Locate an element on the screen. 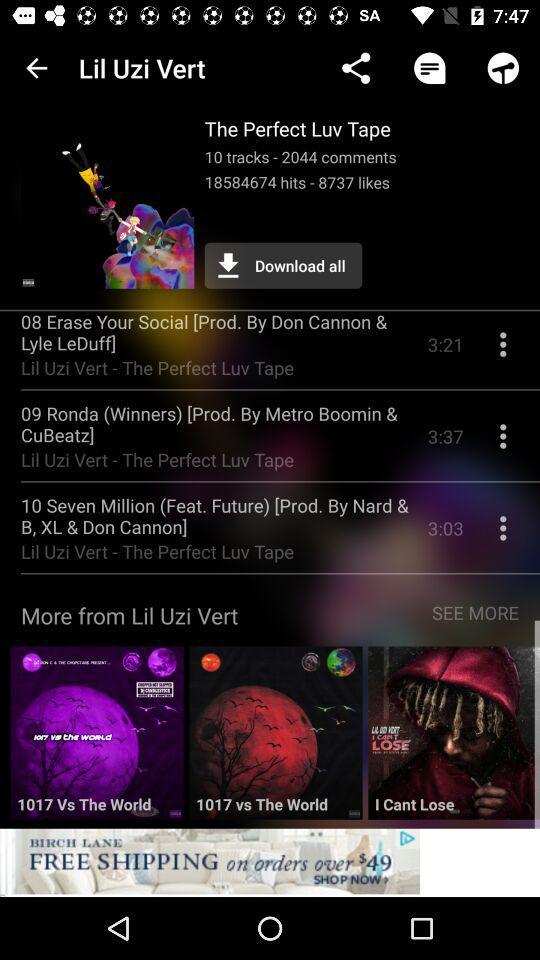 This screenshot has width=540, height=960. more options is located at coordinates (502, 534).